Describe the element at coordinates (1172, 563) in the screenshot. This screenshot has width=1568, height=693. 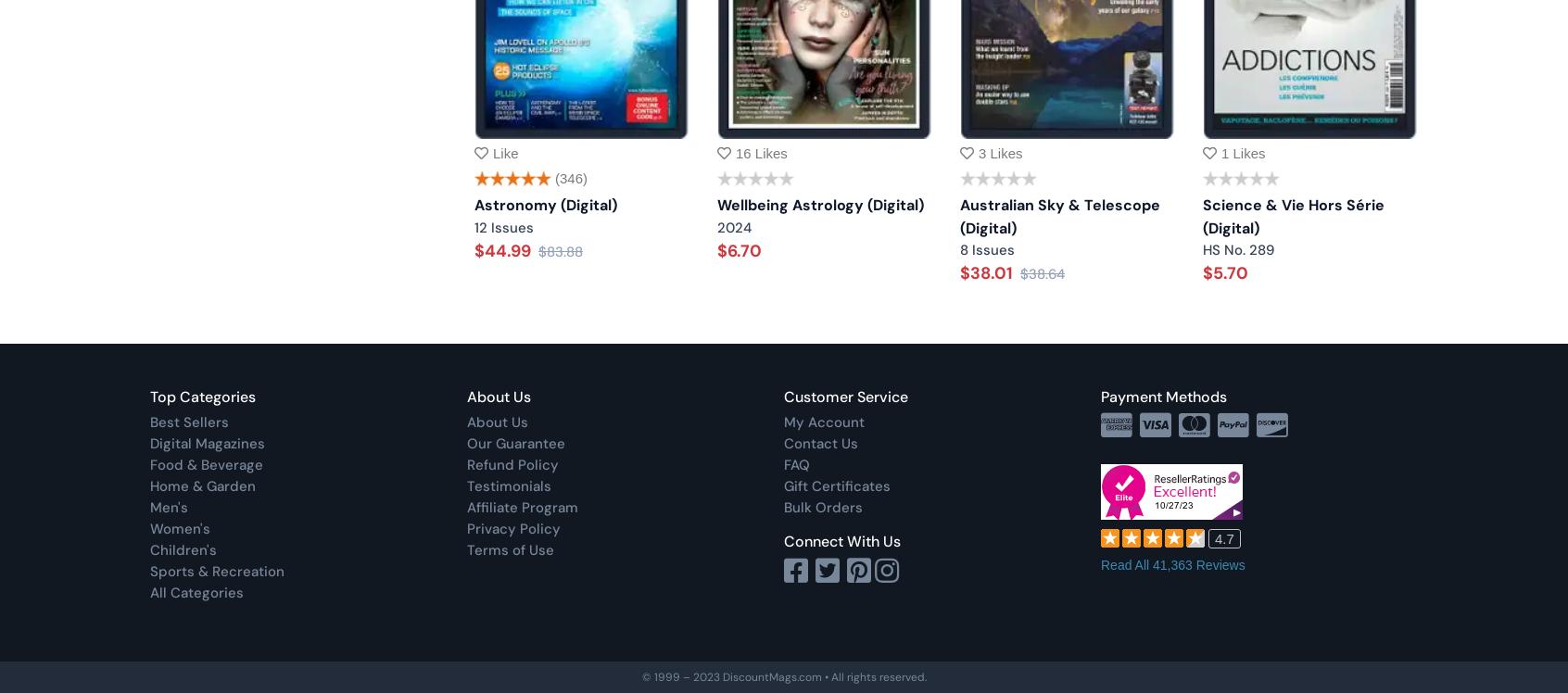
I see `'Read All 41,363 Reviews'` at that location.